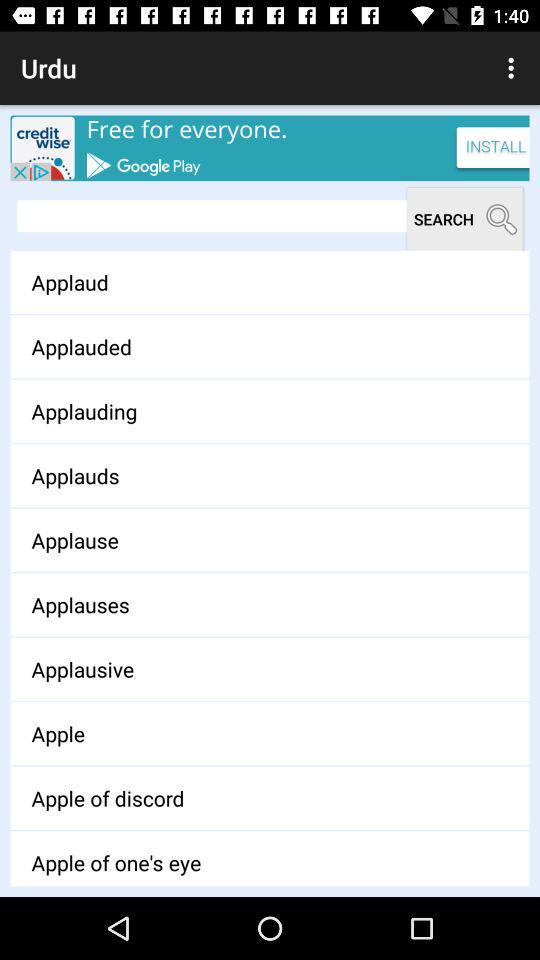 The height and width of the screenshot is (960, 540). I want to click on advertisement, so click(270, 147).